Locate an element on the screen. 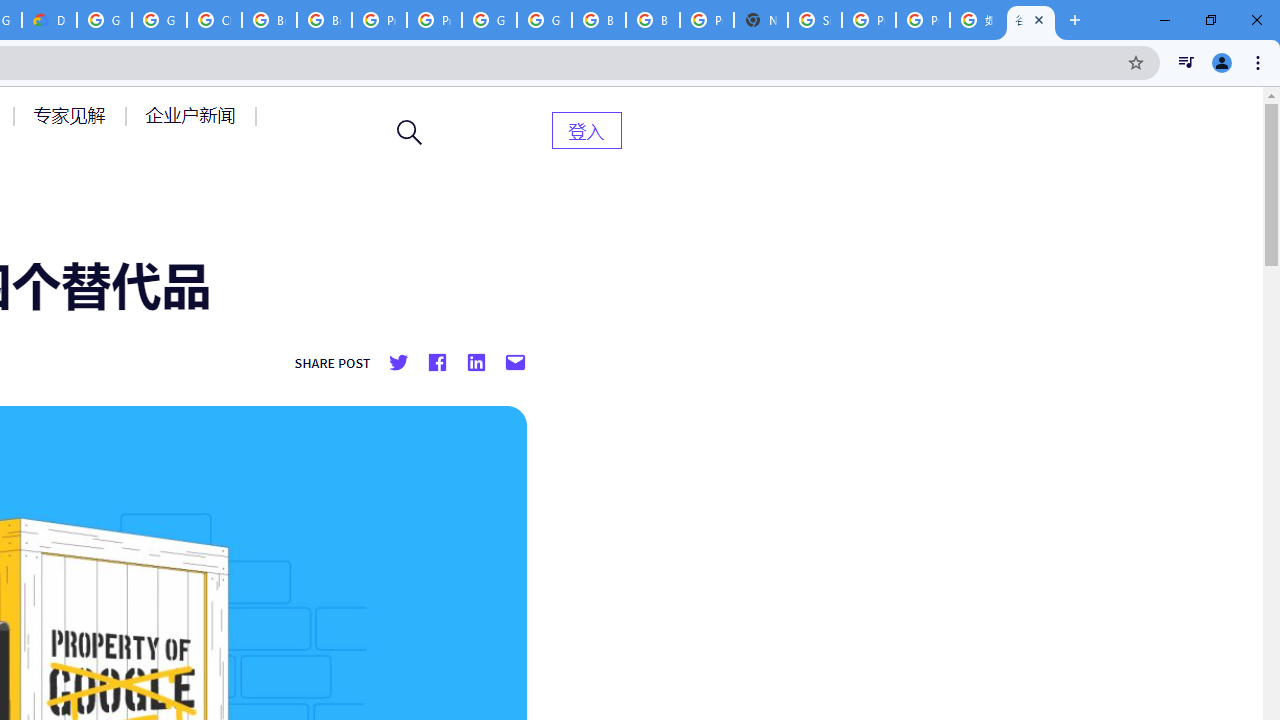  'Share on Linkedin' is located at coordinates (474, 363).